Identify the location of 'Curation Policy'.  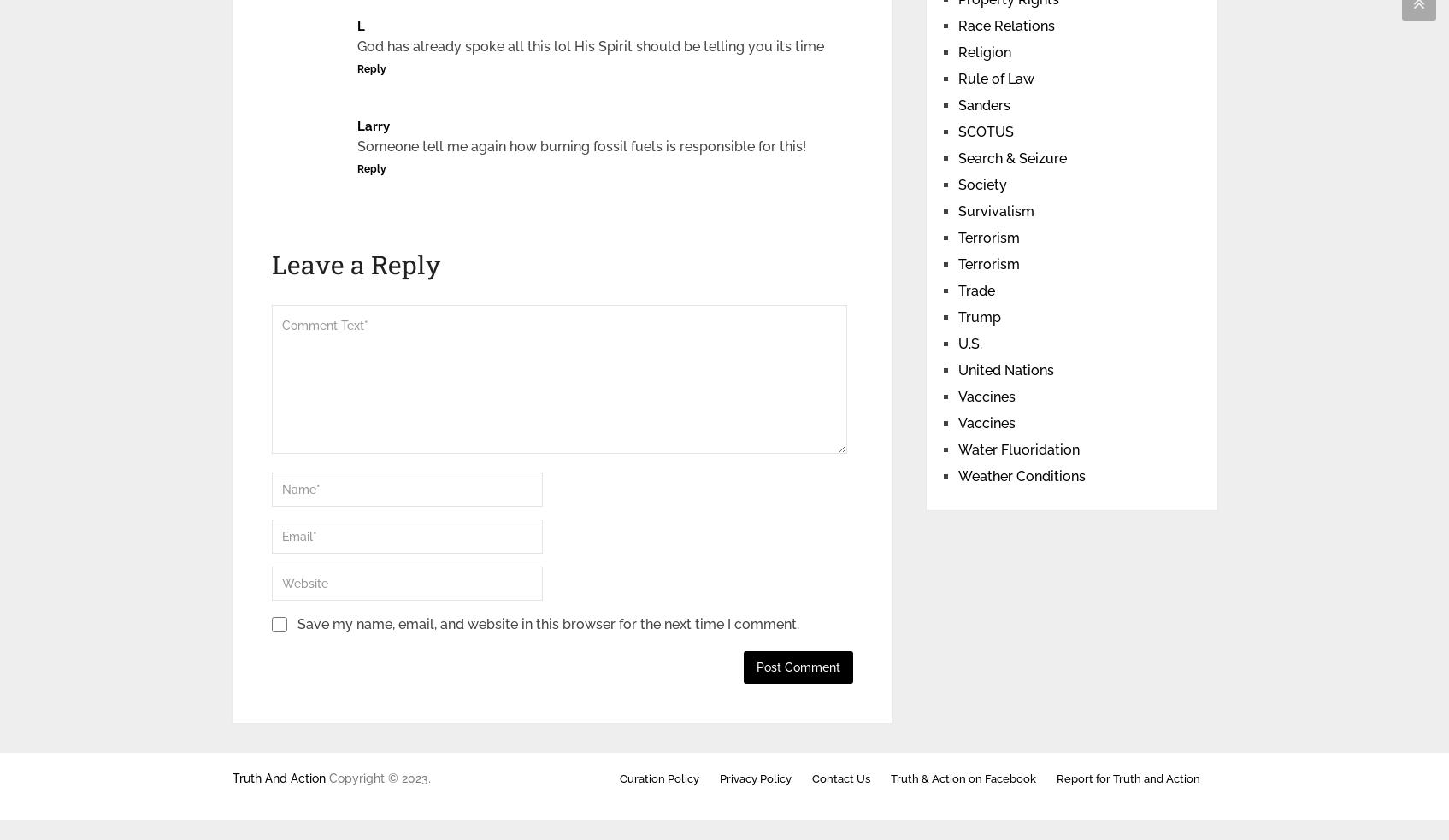
(657, 778).